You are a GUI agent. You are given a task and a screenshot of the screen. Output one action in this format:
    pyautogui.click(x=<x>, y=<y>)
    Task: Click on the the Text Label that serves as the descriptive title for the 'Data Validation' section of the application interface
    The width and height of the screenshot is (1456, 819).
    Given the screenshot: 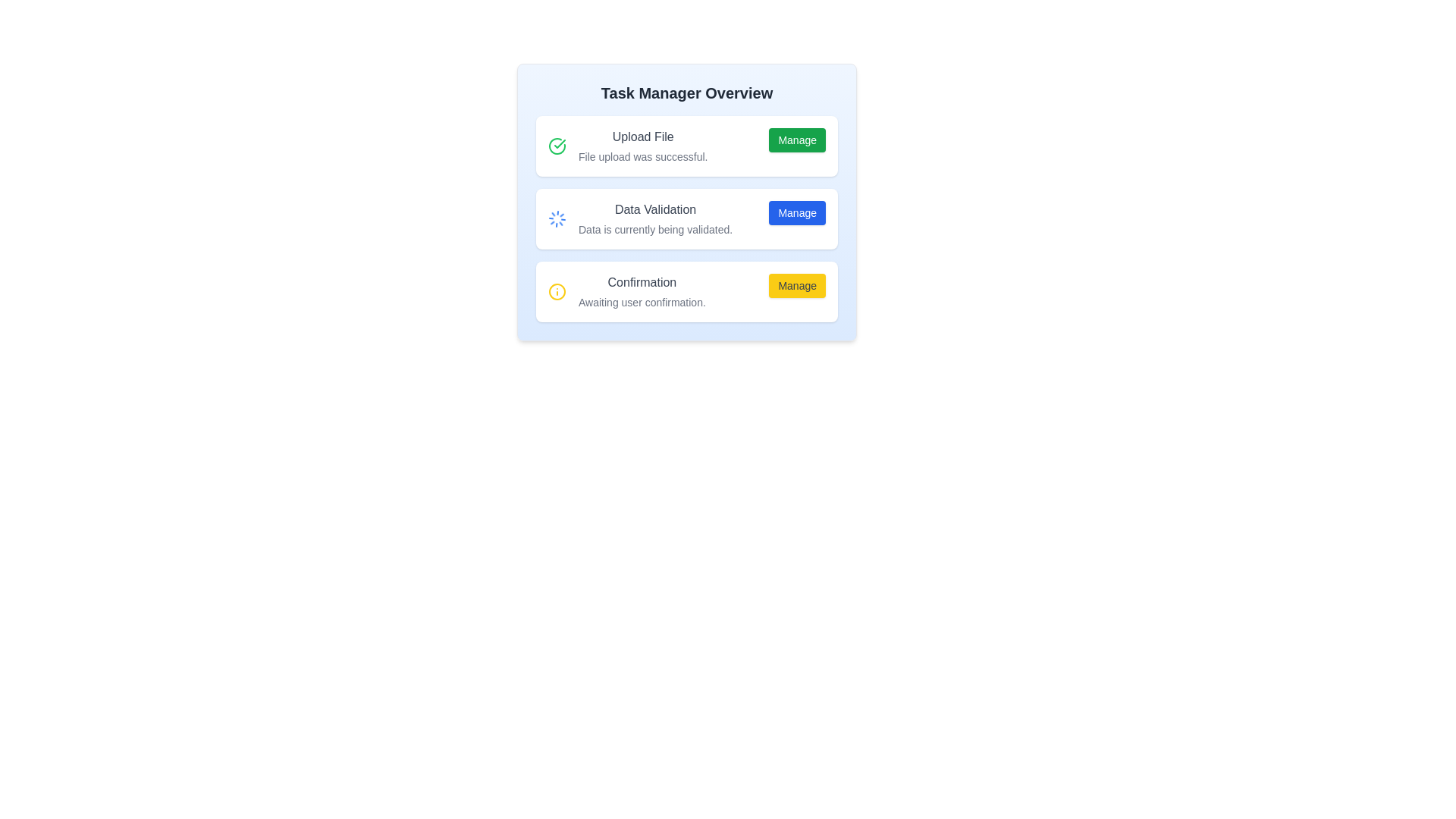 What is the action you would take?
    pyautogui.click(x=655, y=210)
    